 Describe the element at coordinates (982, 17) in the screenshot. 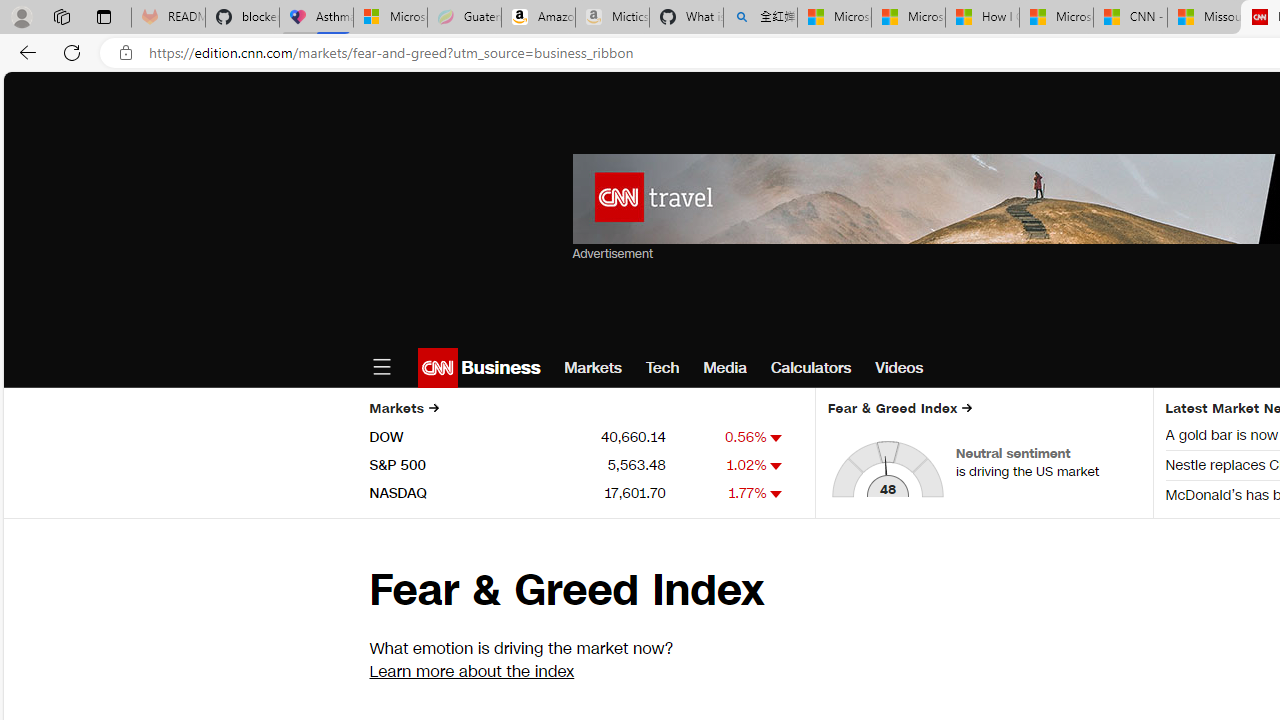

I see `'How I Got Rid of Microsoft Edge'` at that location.